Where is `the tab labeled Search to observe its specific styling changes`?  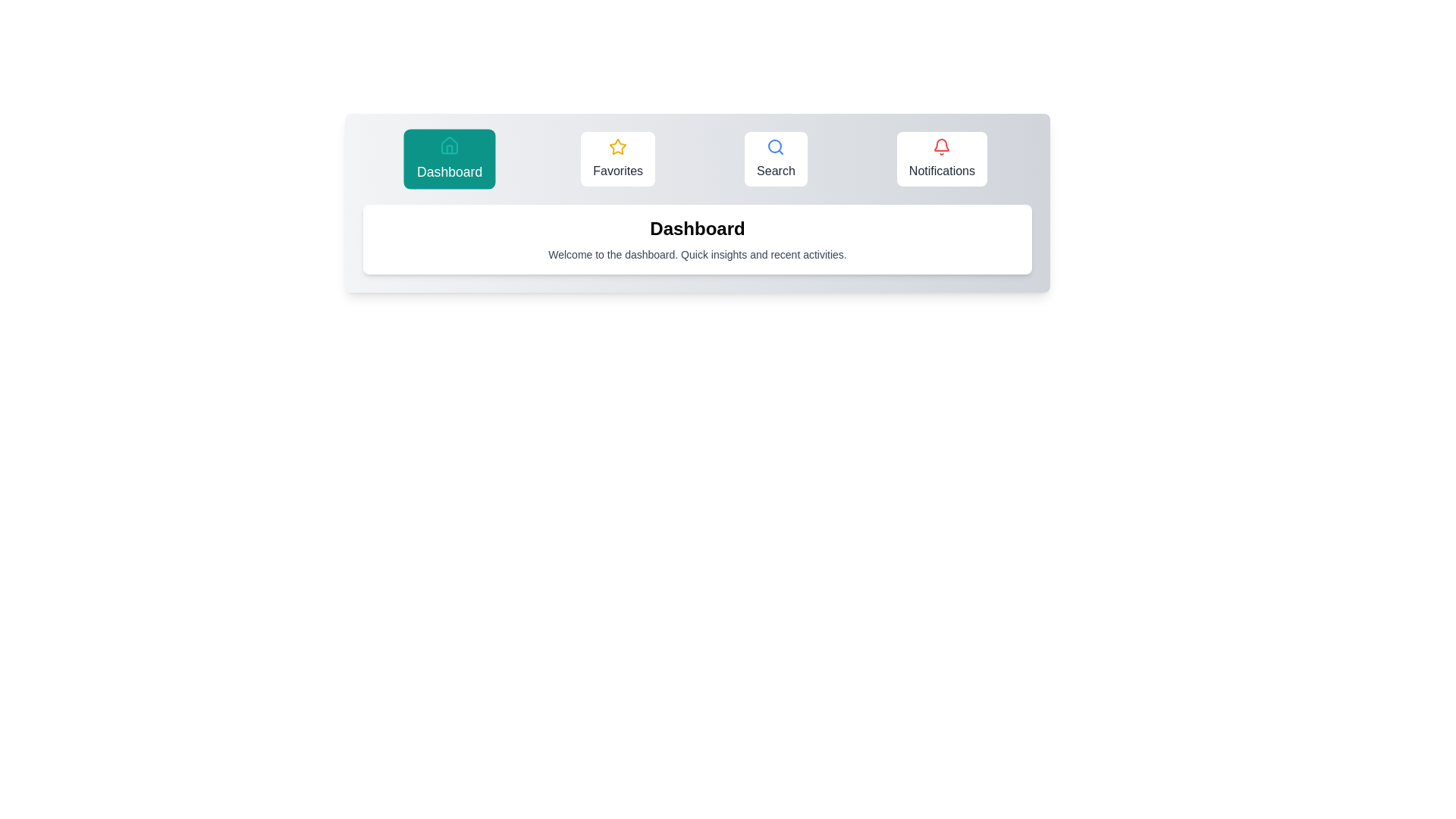 the tab labeled Search to observe its specific styling changes is located at coordinates (776, 158).